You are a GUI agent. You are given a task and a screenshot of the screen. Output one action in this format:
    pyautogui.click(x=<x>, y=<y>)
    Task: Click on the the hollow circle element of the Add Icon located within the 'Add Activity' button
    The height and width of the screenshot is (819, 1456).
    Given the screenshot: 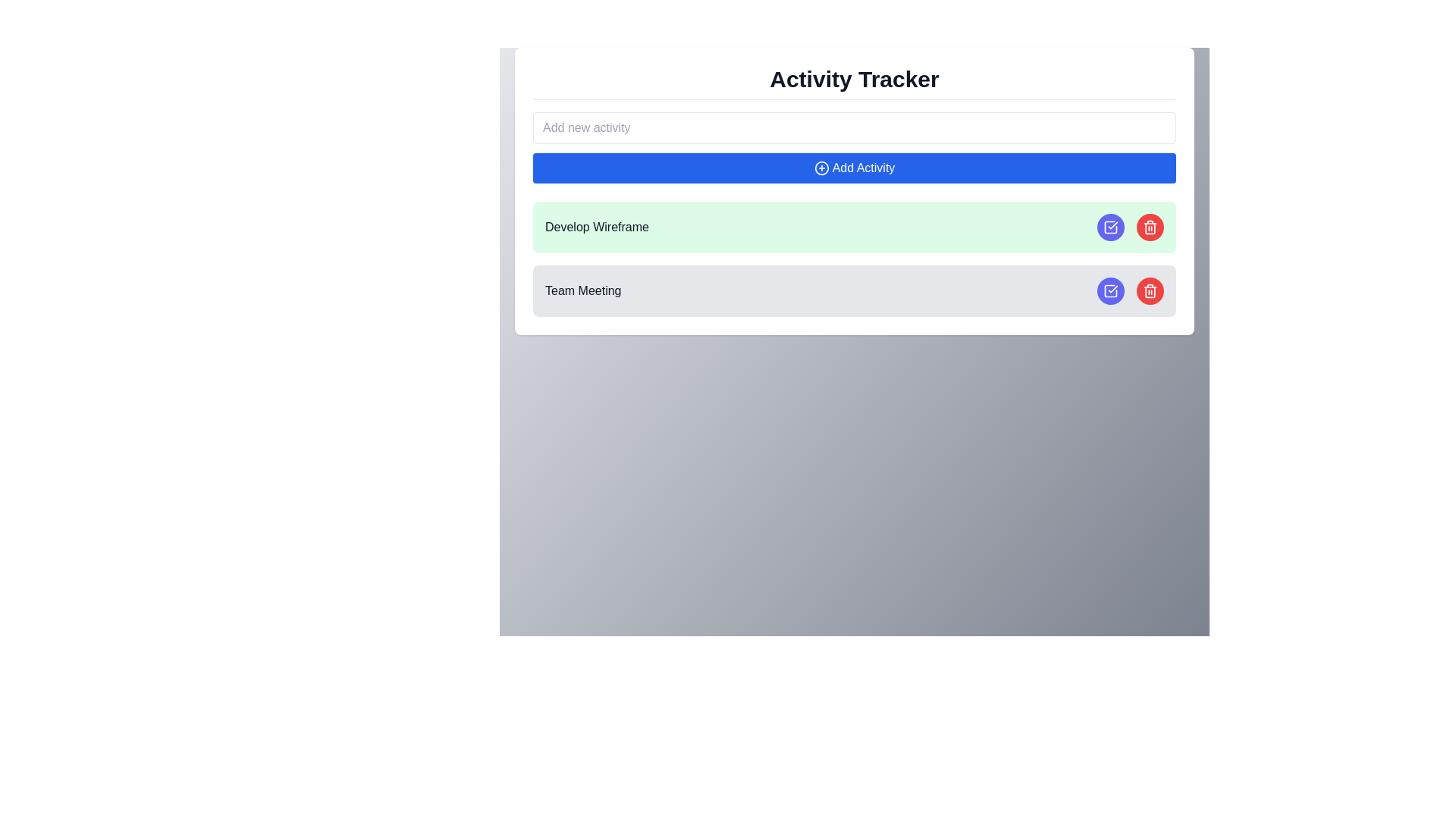 What is the action you would take?
    pyautogui.click(x=821, y=168)
    